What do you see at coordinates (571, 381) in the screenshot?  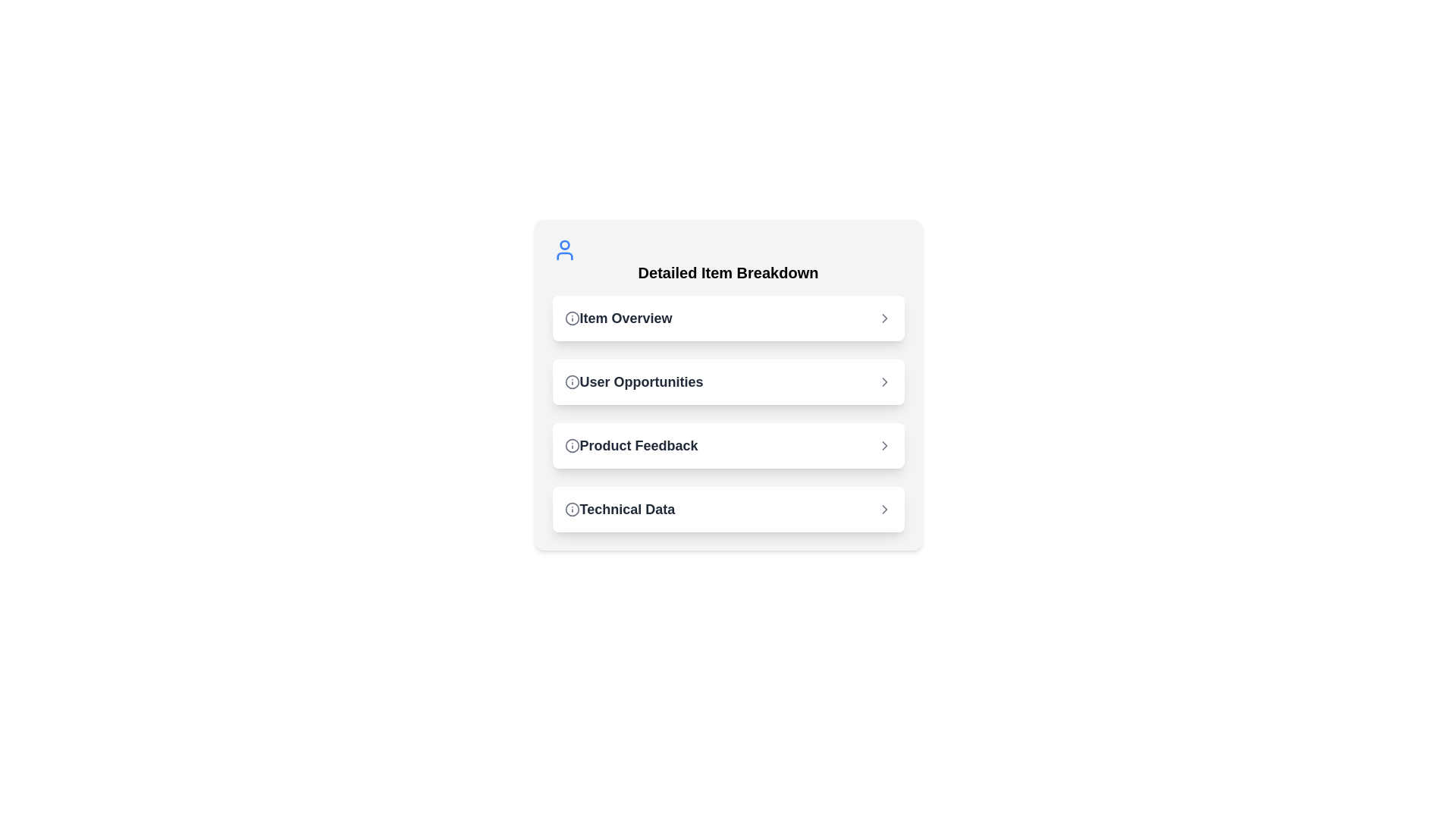 I see `the icon located in the second row labeled 'User Opportunities', which is centrally aligned vertically and positioned to the left of the text label` at bounding box center [571, 381].